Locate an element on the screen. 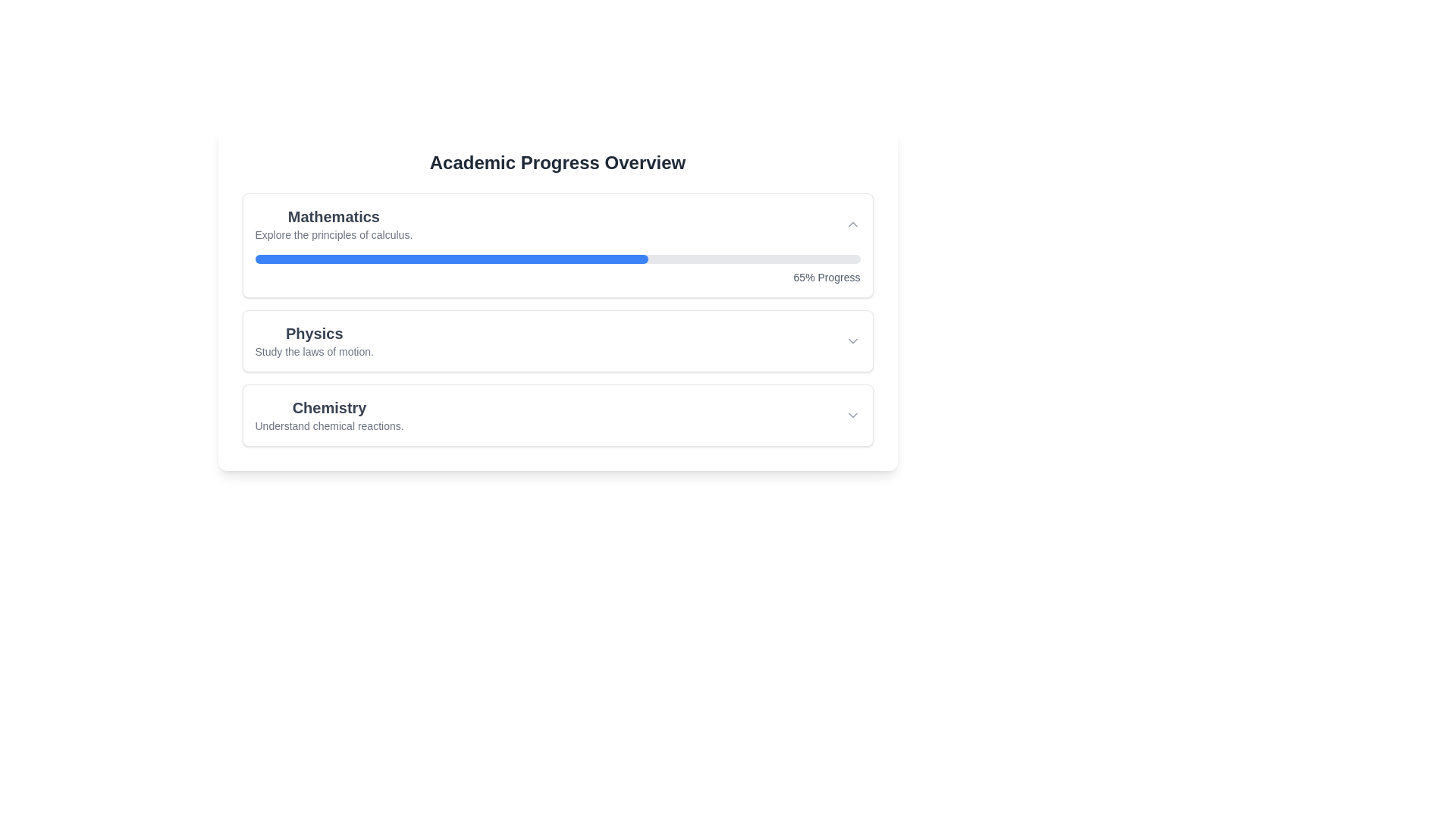 Image resolution: width=1456 pixels, height=819 pixels. the progress bar representing 65% completion is located at coordinates (557, 259).